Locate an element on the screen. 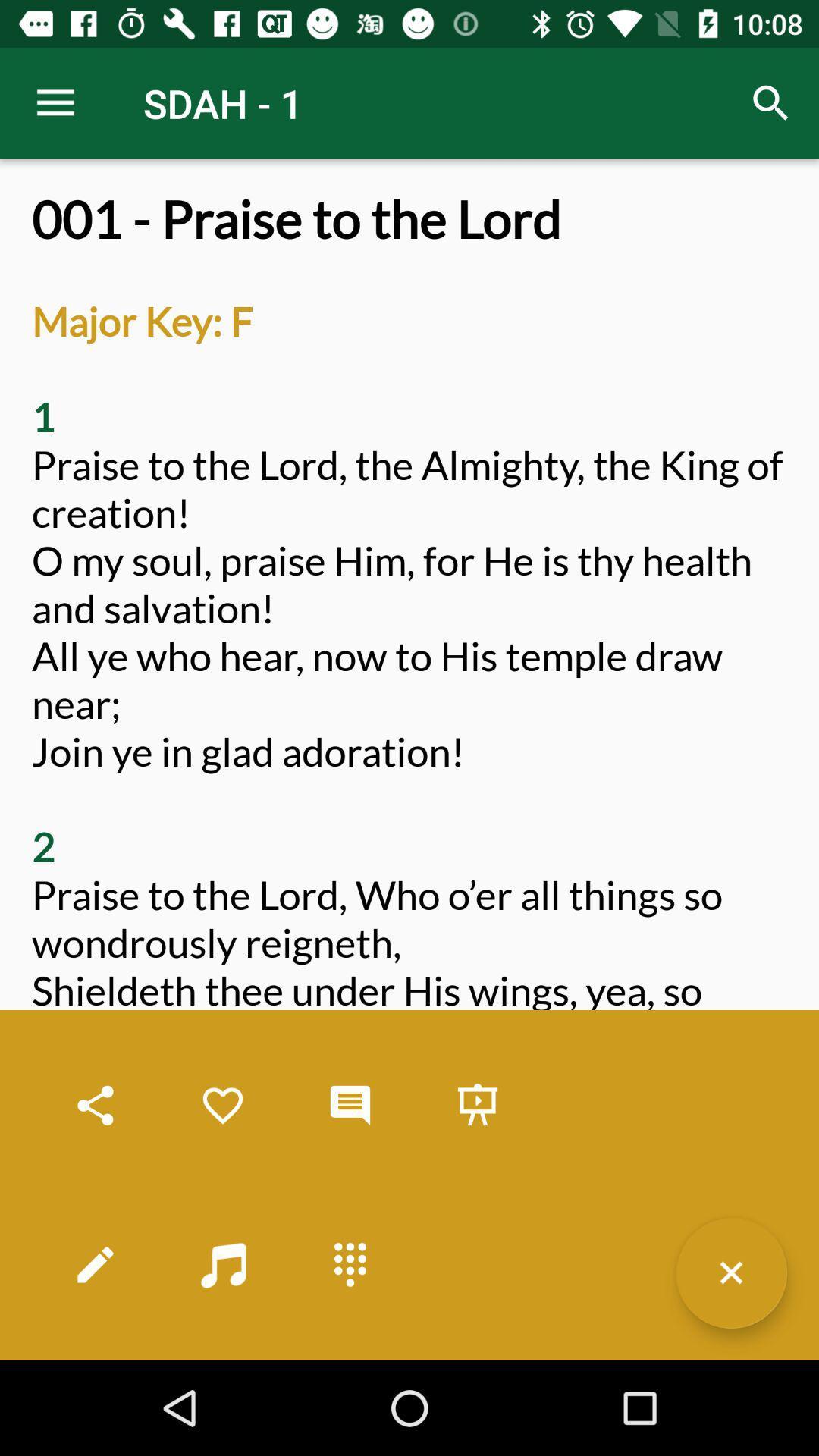 This screenshot has width=819, height=1456. control audio is located at coordinates (222, 1264).